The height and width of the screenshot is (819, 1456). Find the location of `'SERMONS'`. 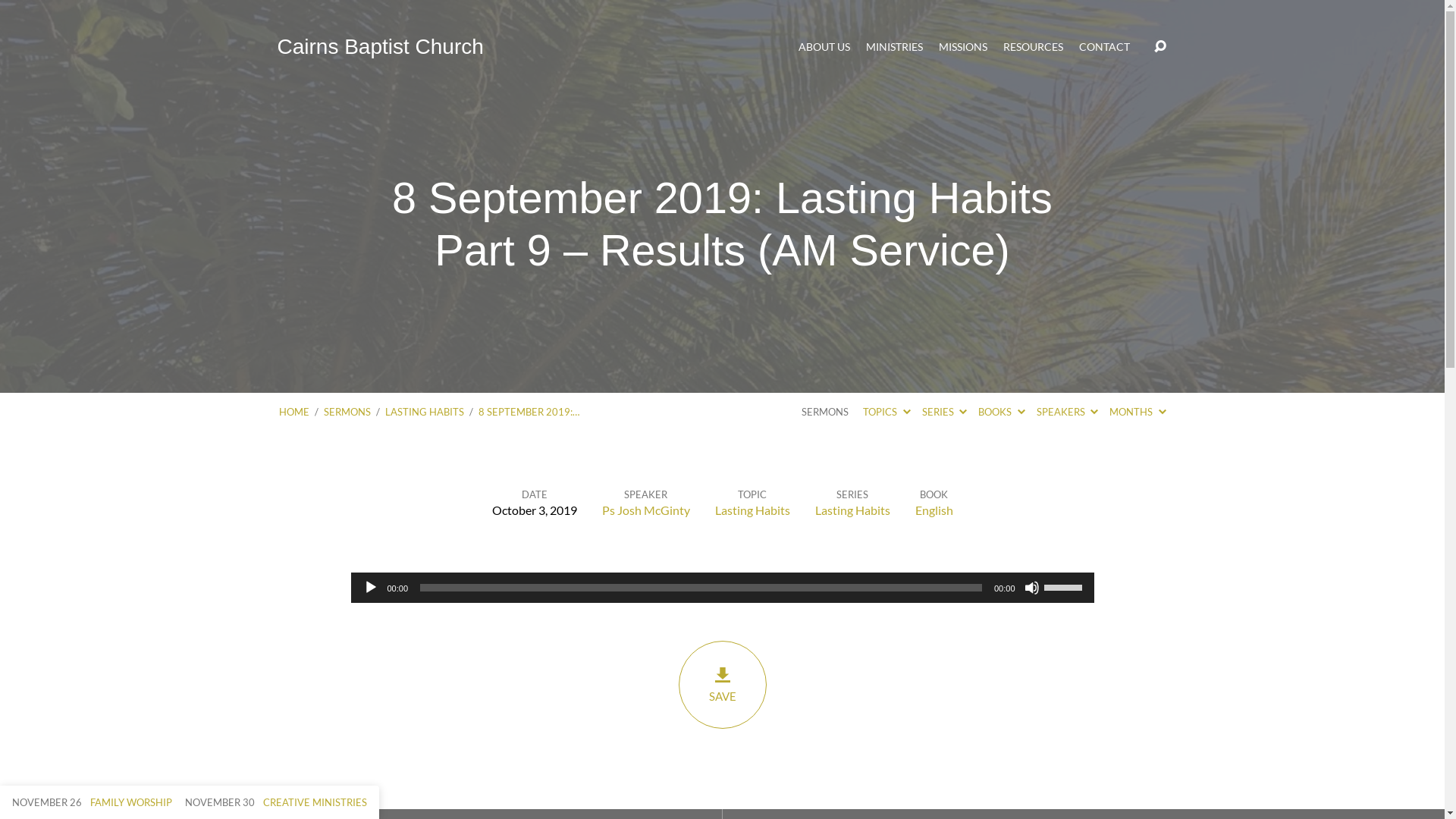

'SERMONS' is located at coordinates (345, 412).